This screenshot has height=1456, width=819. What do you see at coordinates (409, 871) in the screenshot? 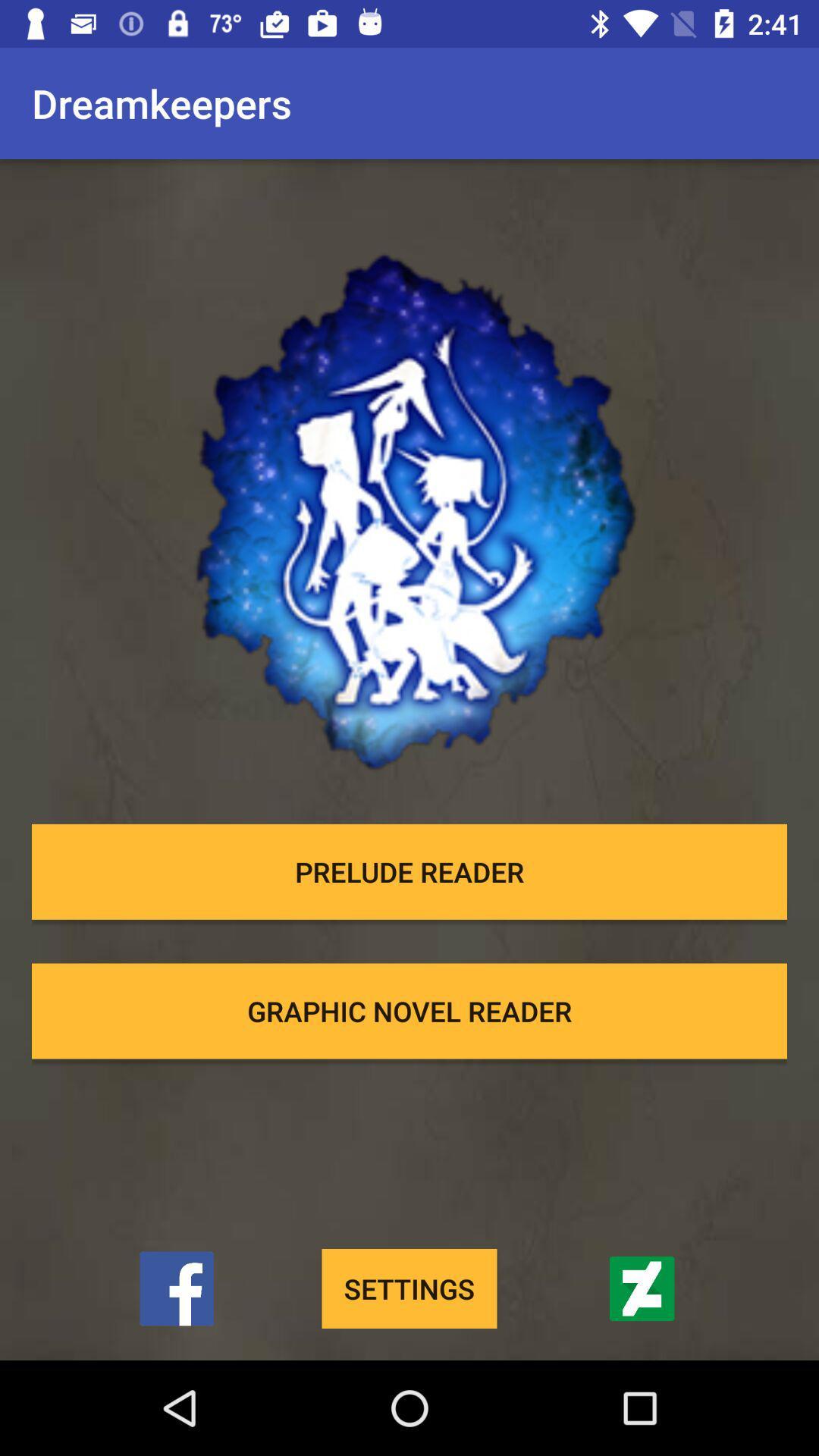
I see `the icon above graphic novel reader icon` at bounding box center [409, 871].